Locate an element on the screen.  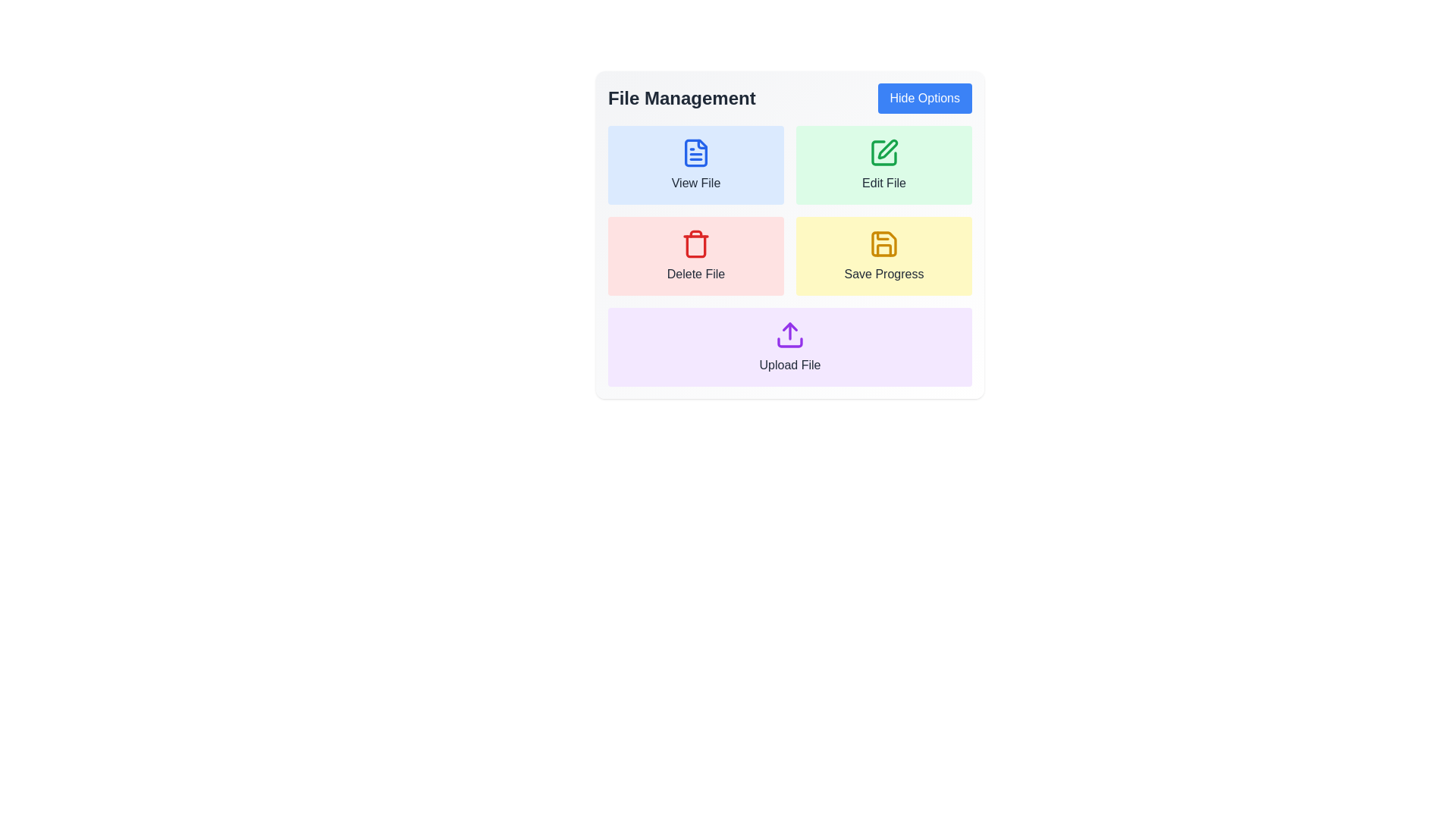
the trash bin icon within the red square button labeled 'Delete File', which is located in the second row, first column of the grid is located at coordinates (695, 243).